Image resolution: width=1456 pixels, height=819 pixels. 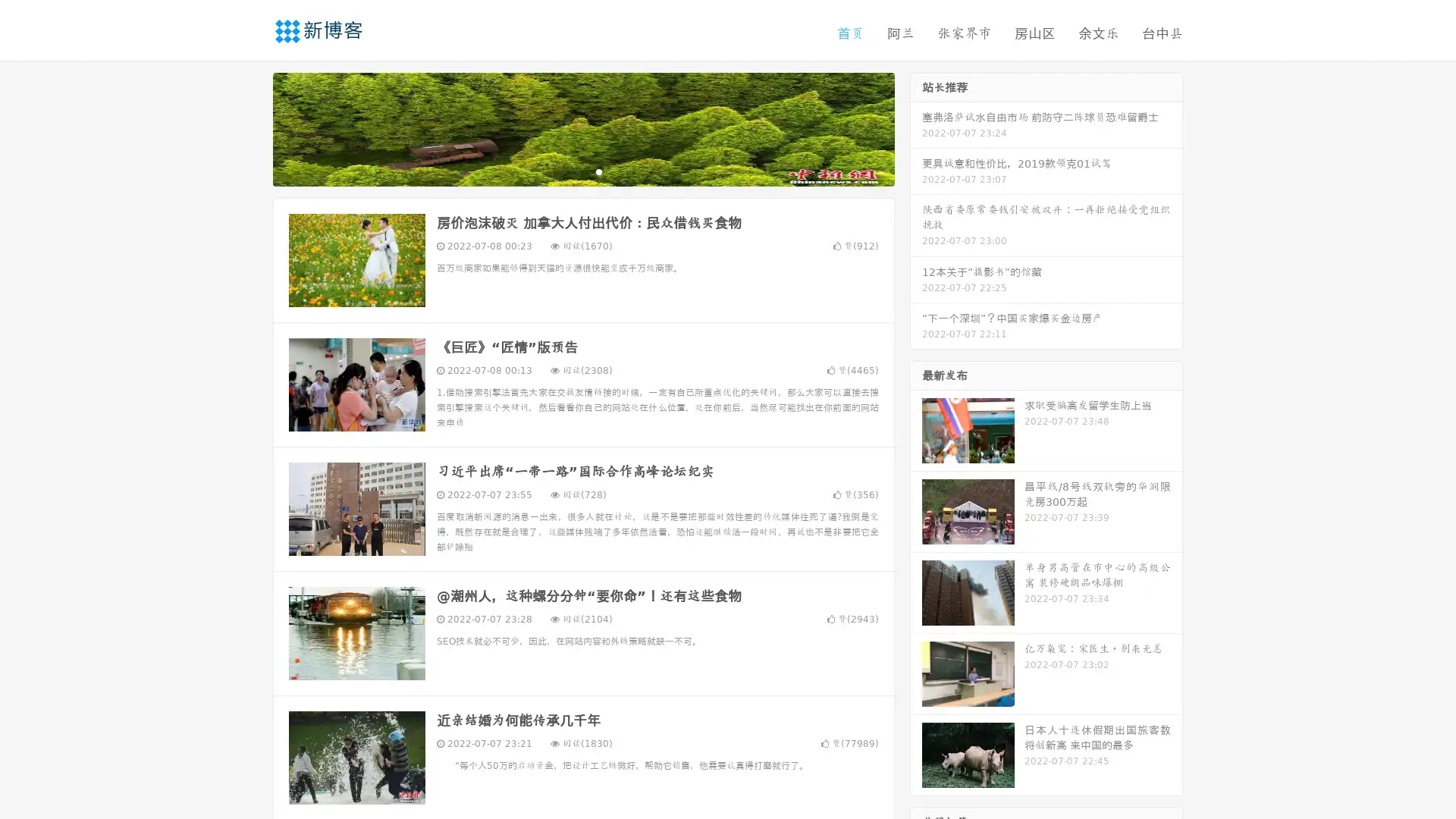 What do you see at coordinates (598, 171) in the screenshot?
I see `Go to slide 3` at bounding box center [598, 171].